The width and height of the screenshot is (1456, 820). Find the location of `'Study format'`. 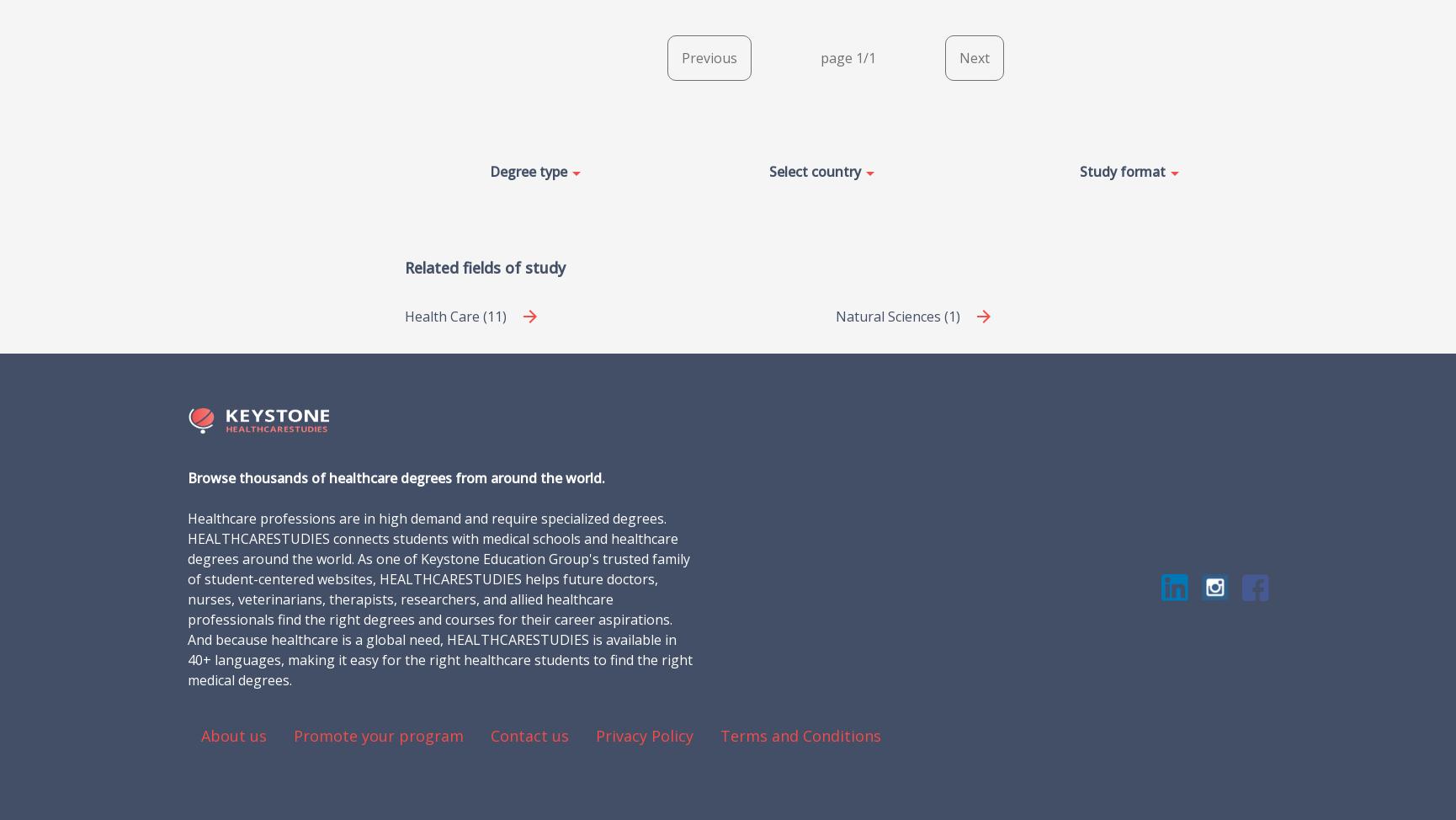

'Study format' is located at coordinates (1079, 170).